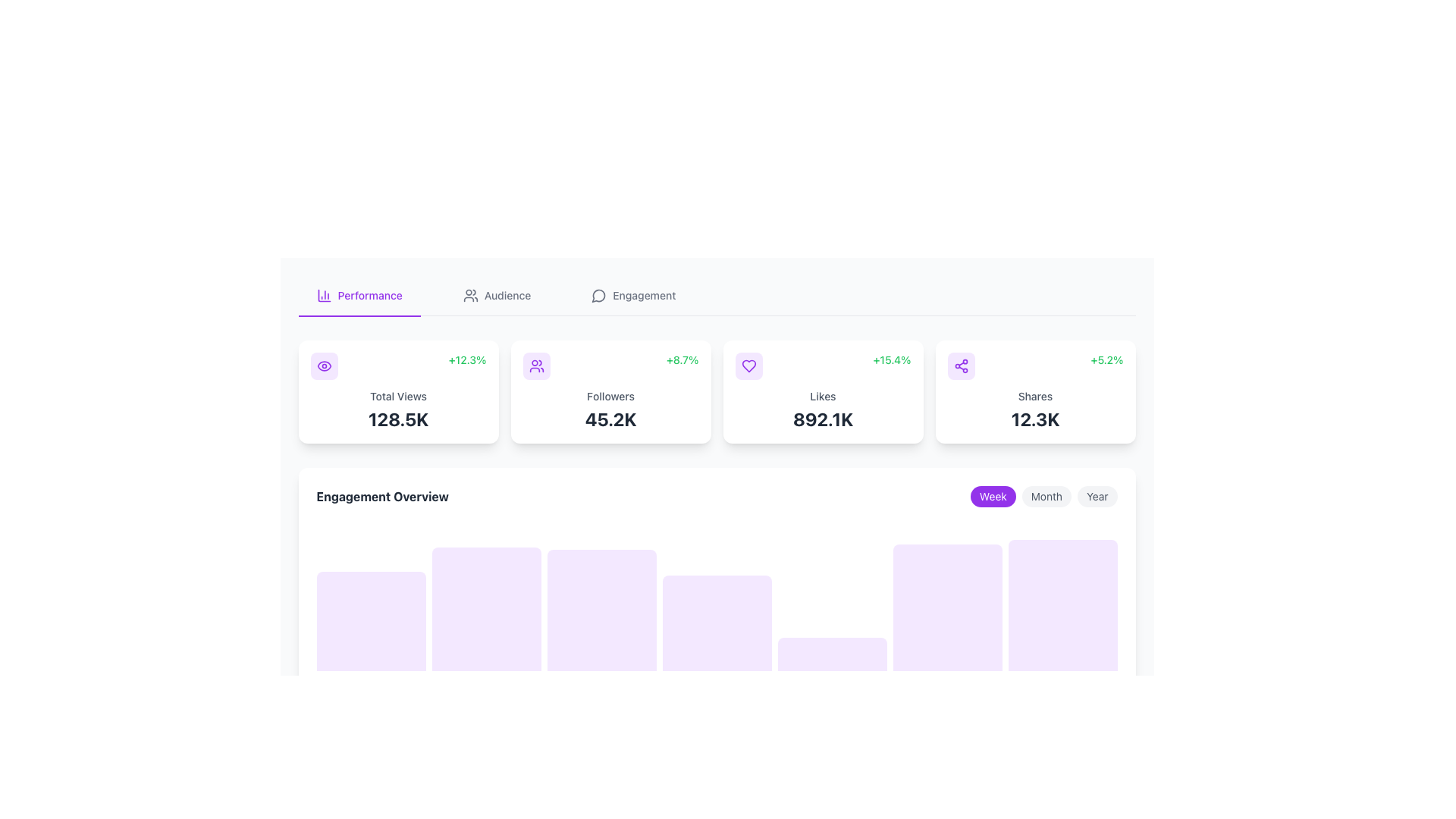  What do you see at coordinates (716, 623) in the screenshot?
I see `the Visual Card located in the fourth position from the left within a row of seven components on the dashboard` at bounding box center [716, 623].